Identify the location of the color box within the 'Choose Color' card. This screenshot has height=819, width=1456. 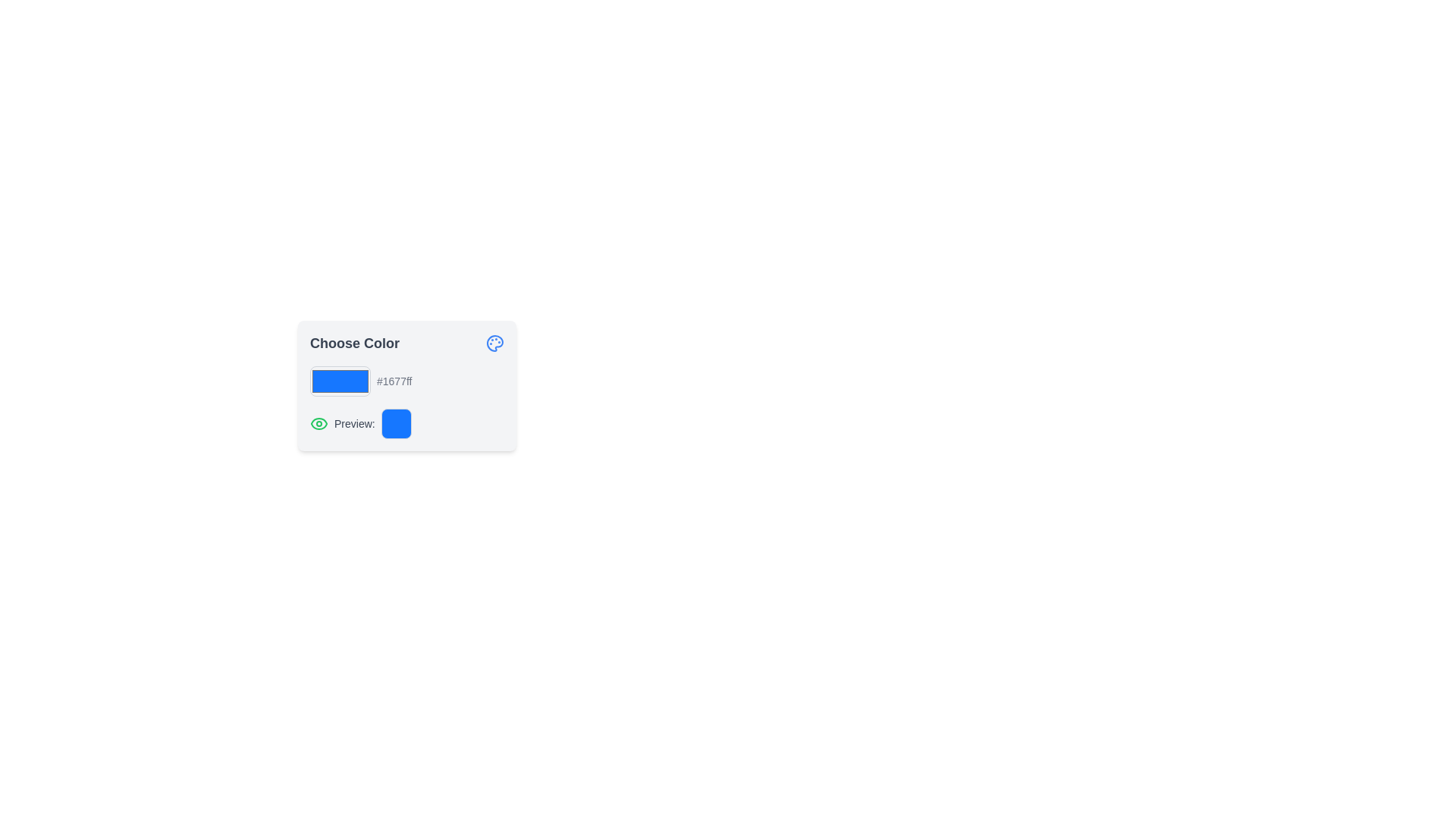
(407, 380).